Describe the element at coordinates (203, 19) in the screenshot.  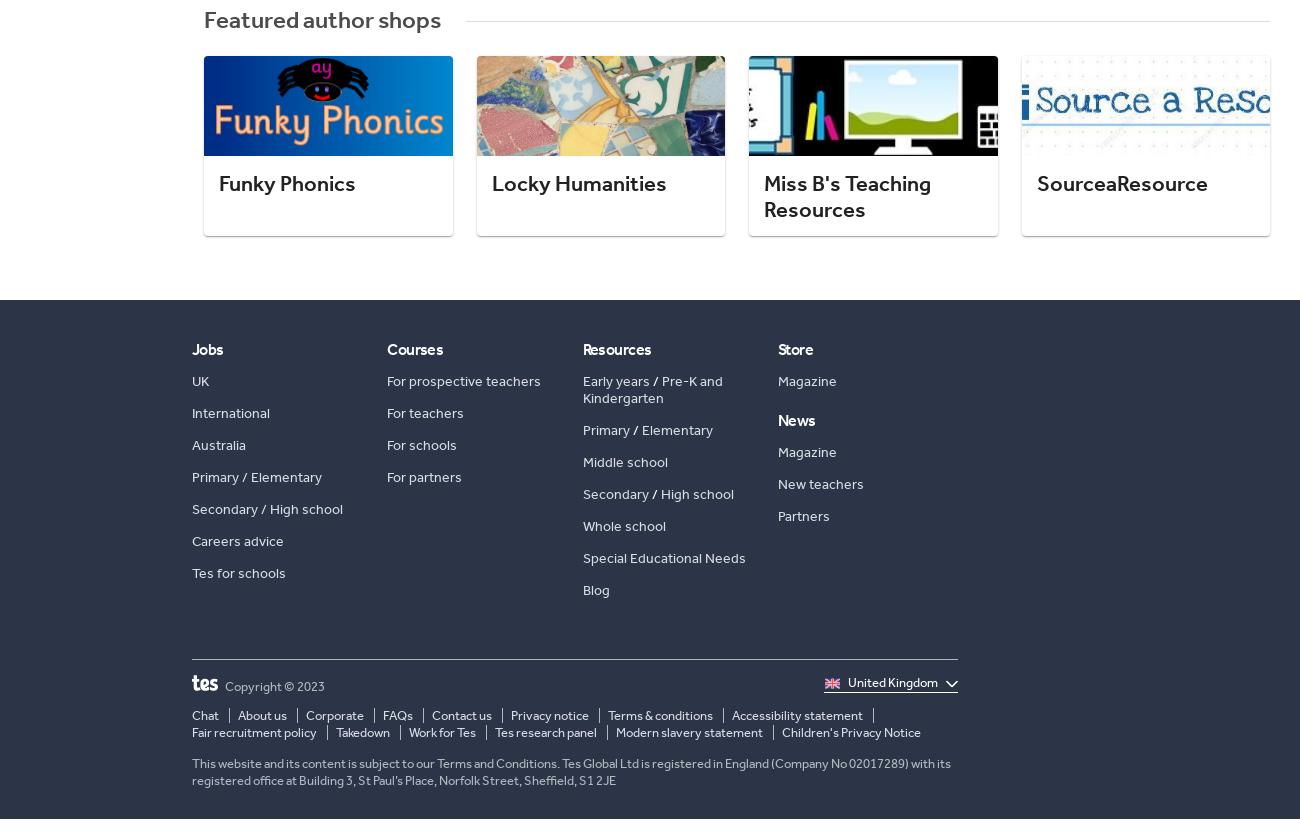
I see `'Featured author shops'` at that location.